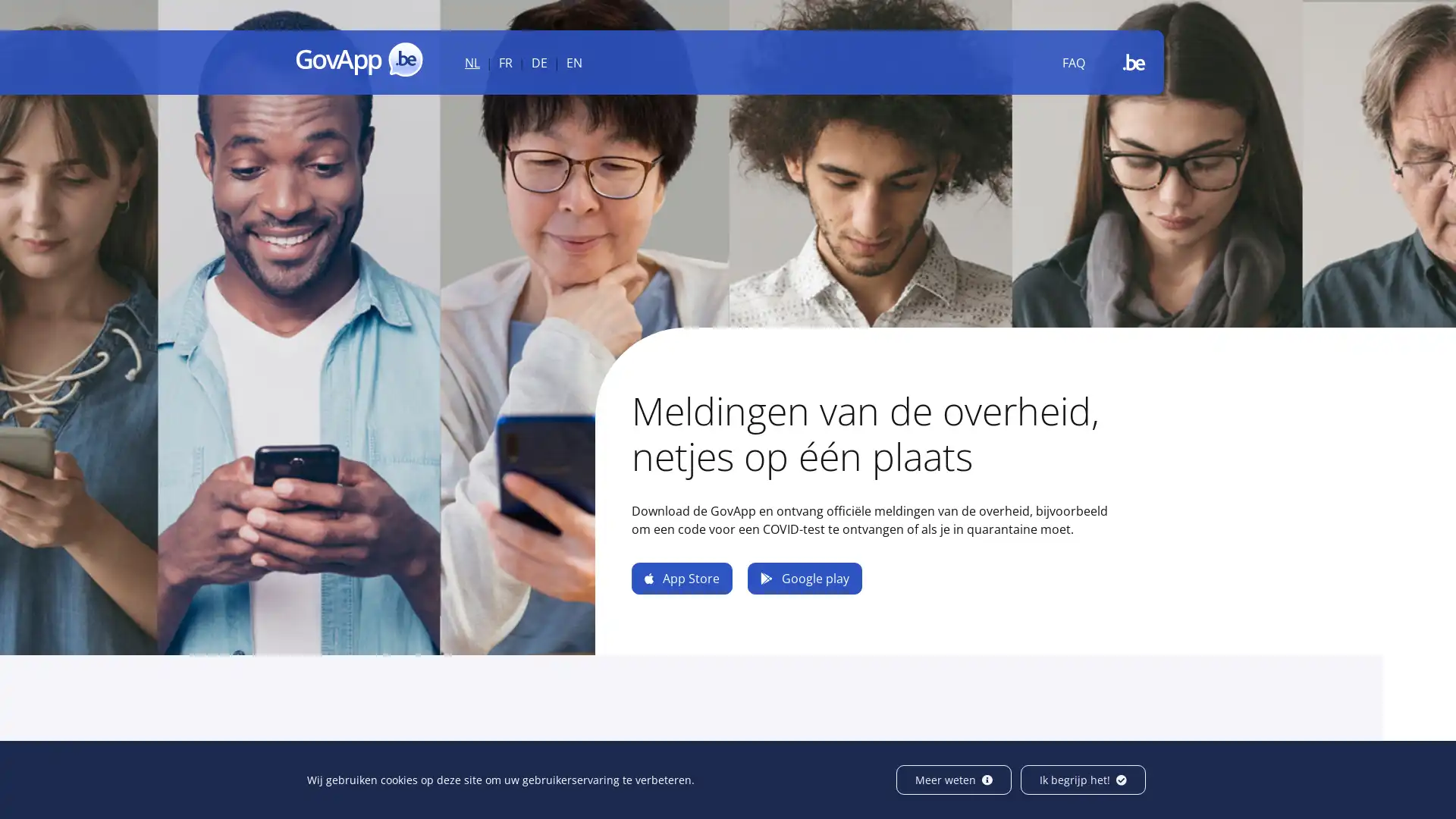 The width and height of the screenshot is (1456, 819). What do you see at coordinates (1082, 780) in the screenshot?
I see `Ik begrijp het!` at bounding box center [1082, 780].